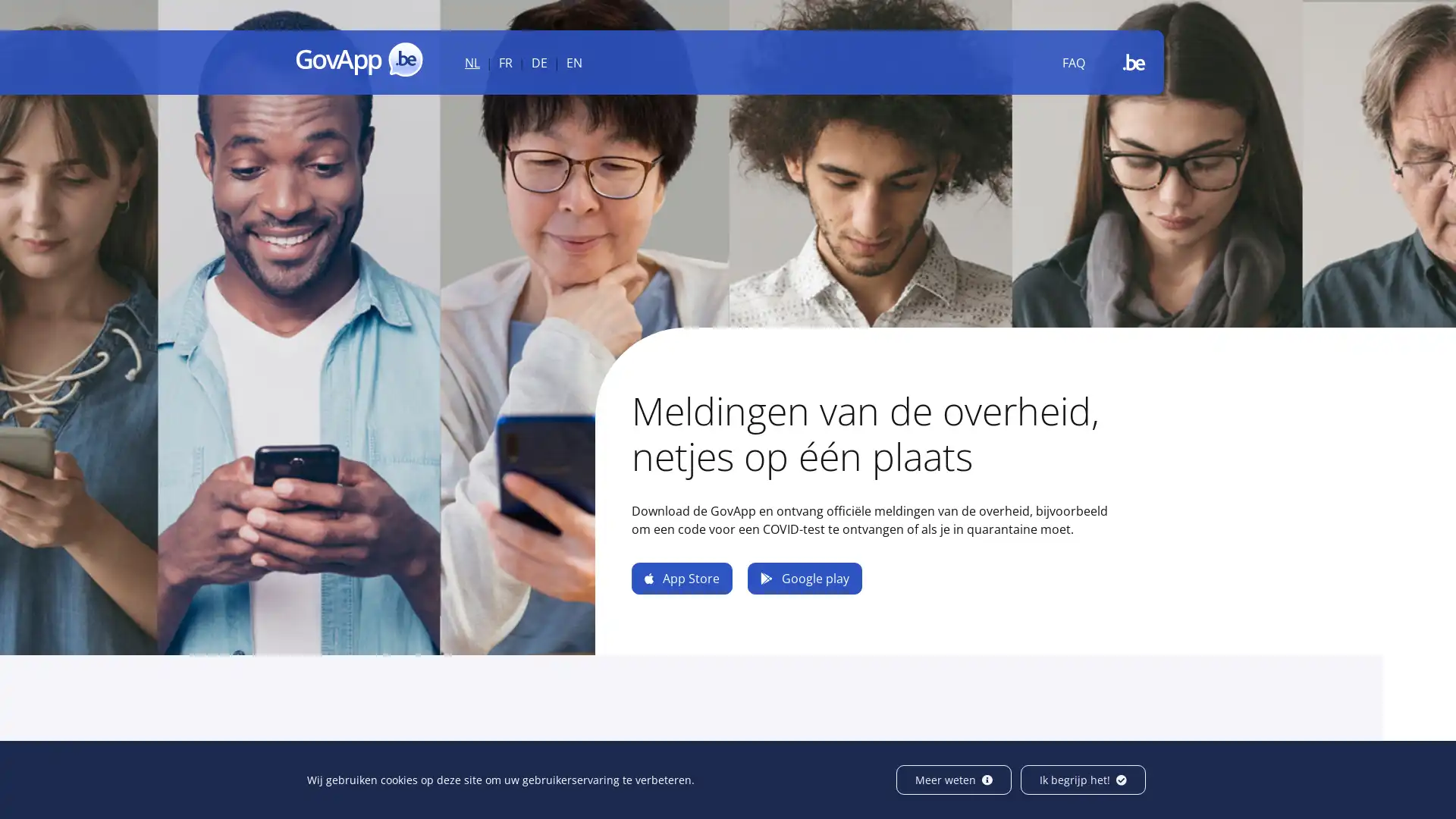 The width and height of the screenshot is (1456, 819). What do you see at coordinates (1082, 780) in the screenshot?
I see `Ik begrijp het!` at bounding box center [1082, 780].